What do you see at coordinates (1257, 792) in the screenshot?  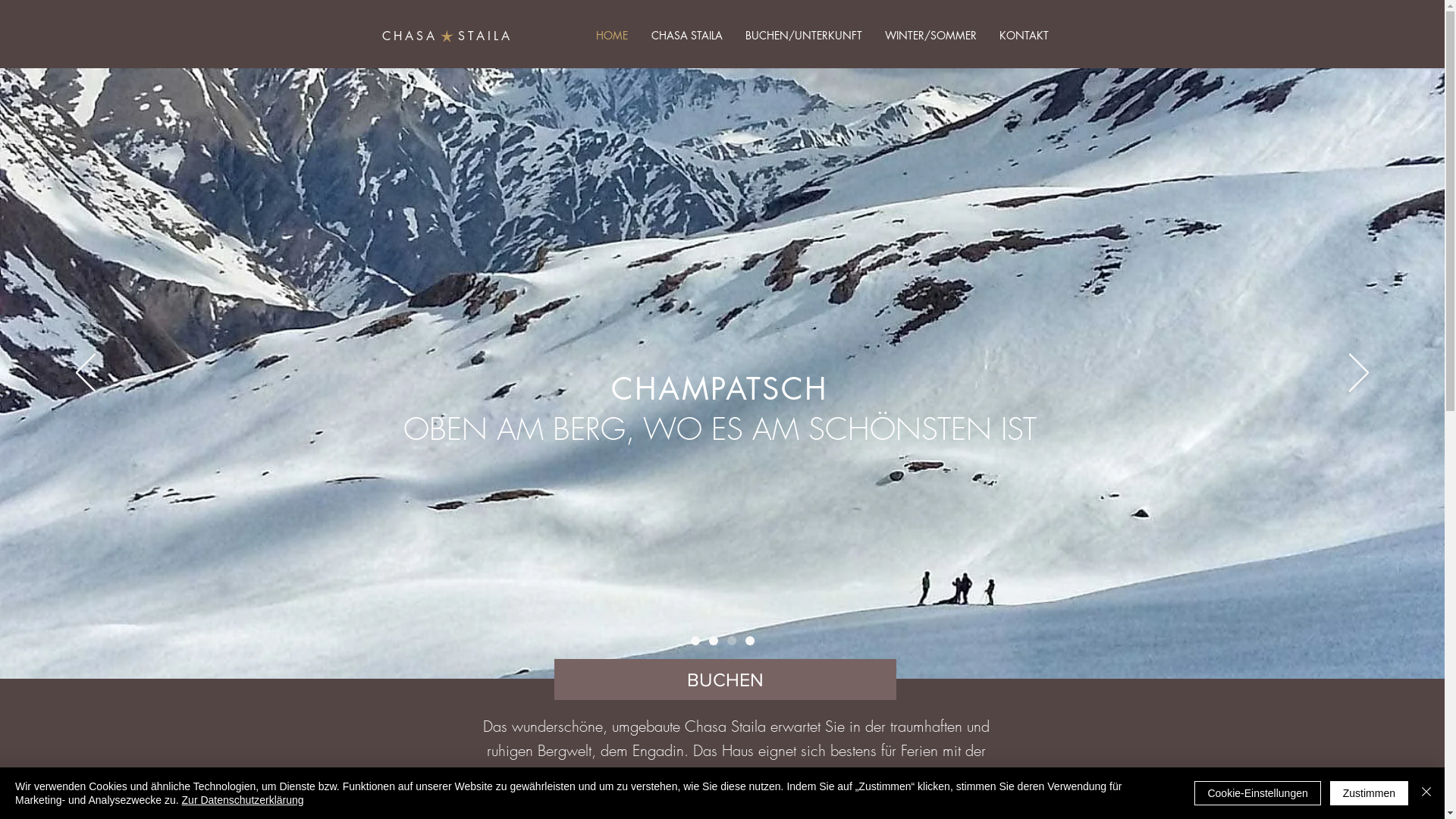 I see `'Cookie-Einstellungen'` at bounding box center [1257, 792].